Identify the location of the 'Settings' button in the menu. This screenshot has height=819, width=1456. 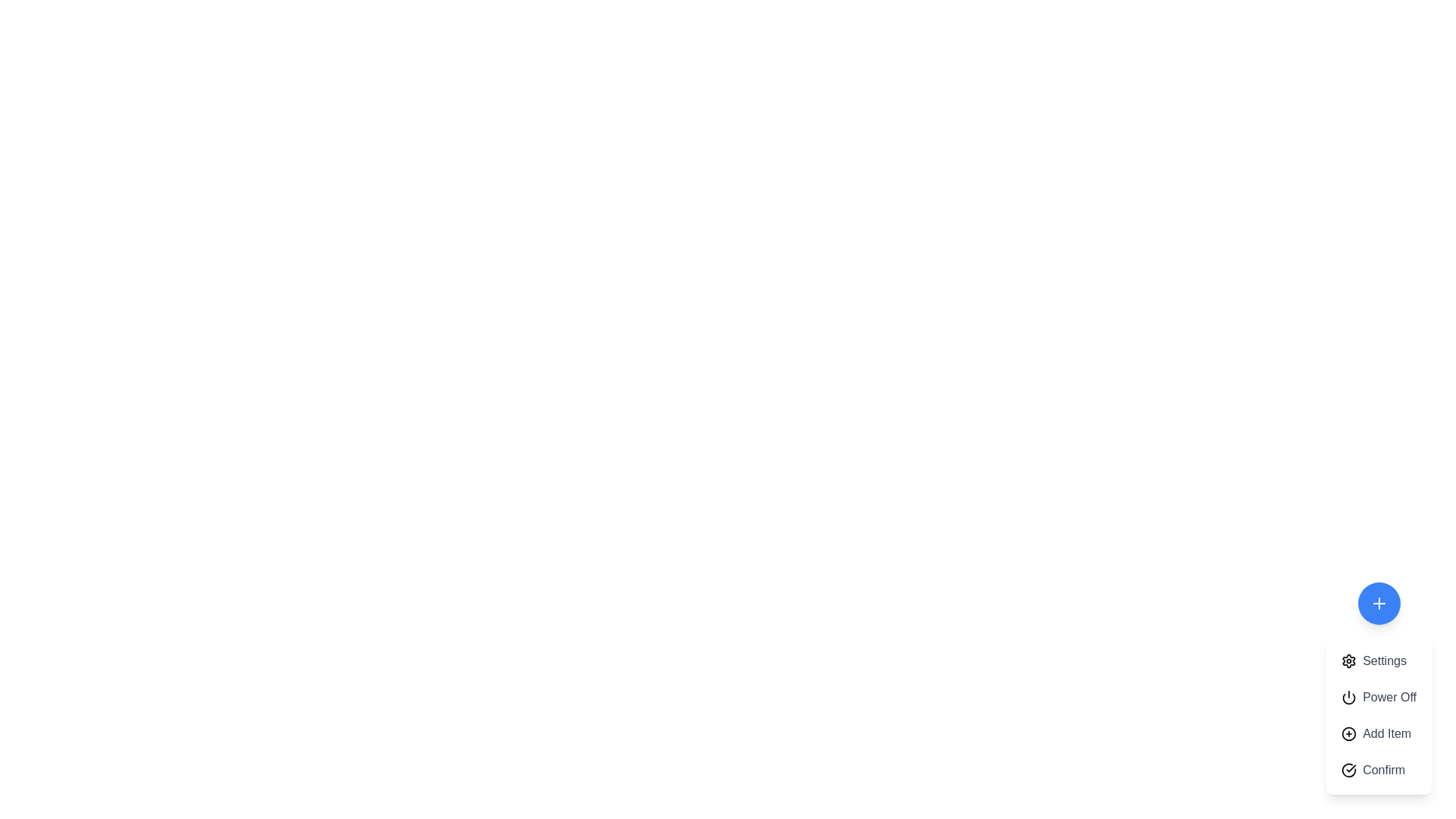
(1379, 660).